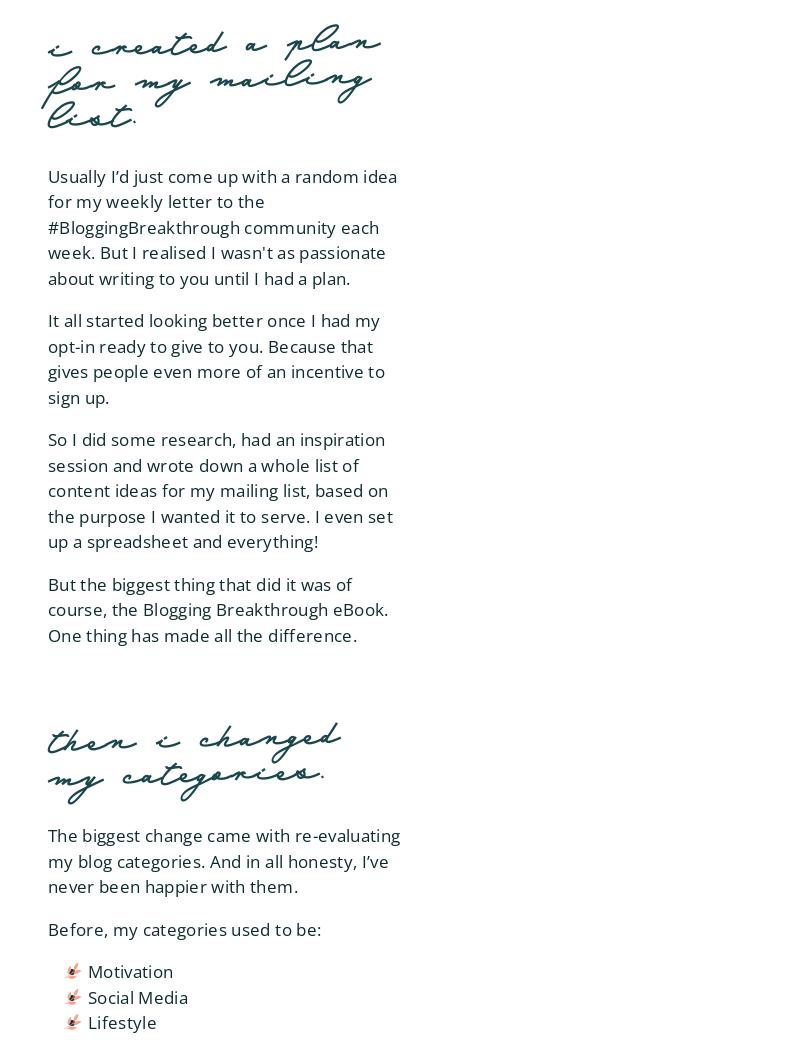  I want to click on 'So I did some research, had an inspiration session and wrote down a whole list of content ideas for my mailing list, based on the purpose I wanted it to serve. I even set up a spreadsheet and everything!', so click(220, 490).